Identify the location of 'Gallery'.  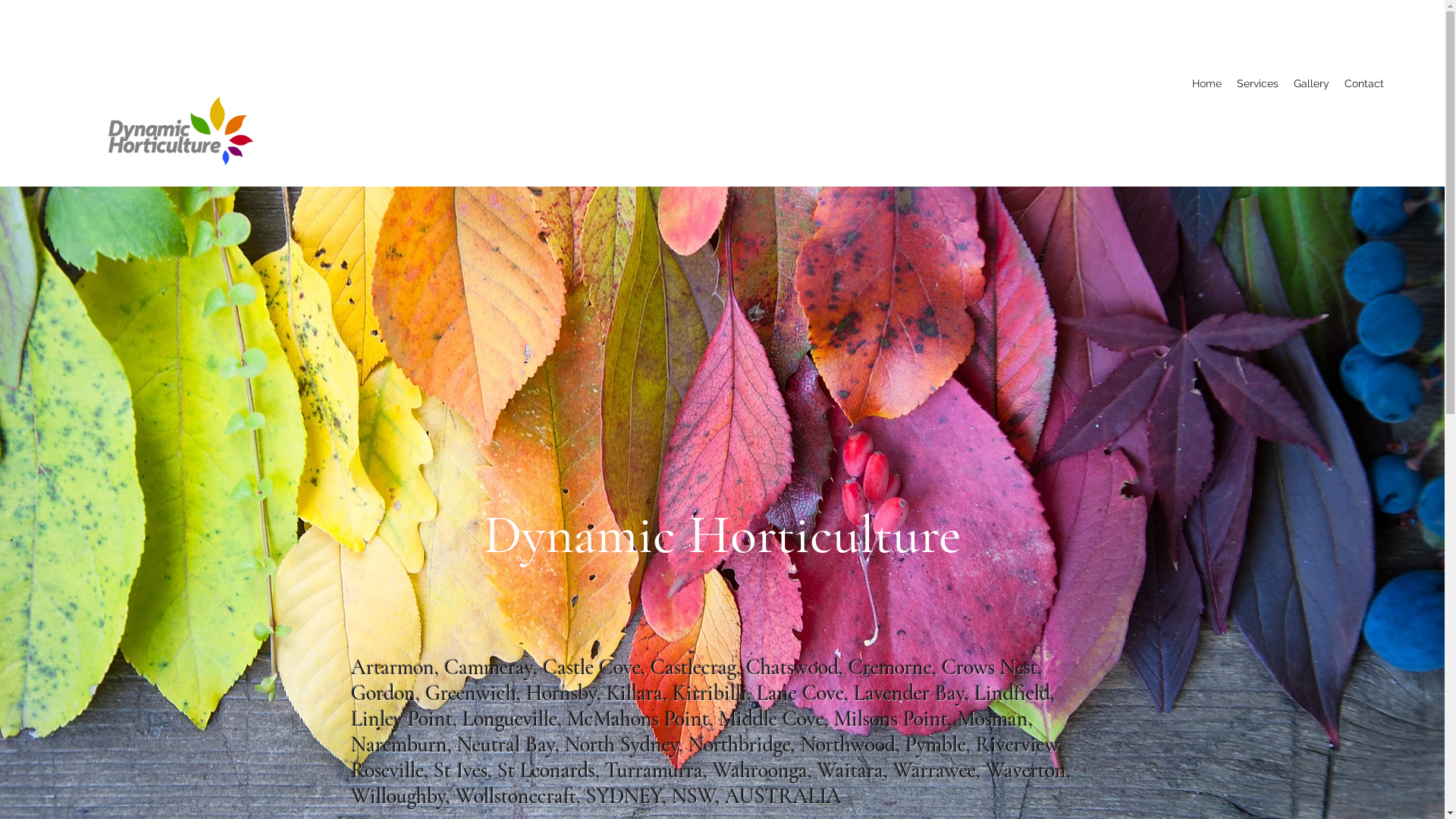
(1310, 83).